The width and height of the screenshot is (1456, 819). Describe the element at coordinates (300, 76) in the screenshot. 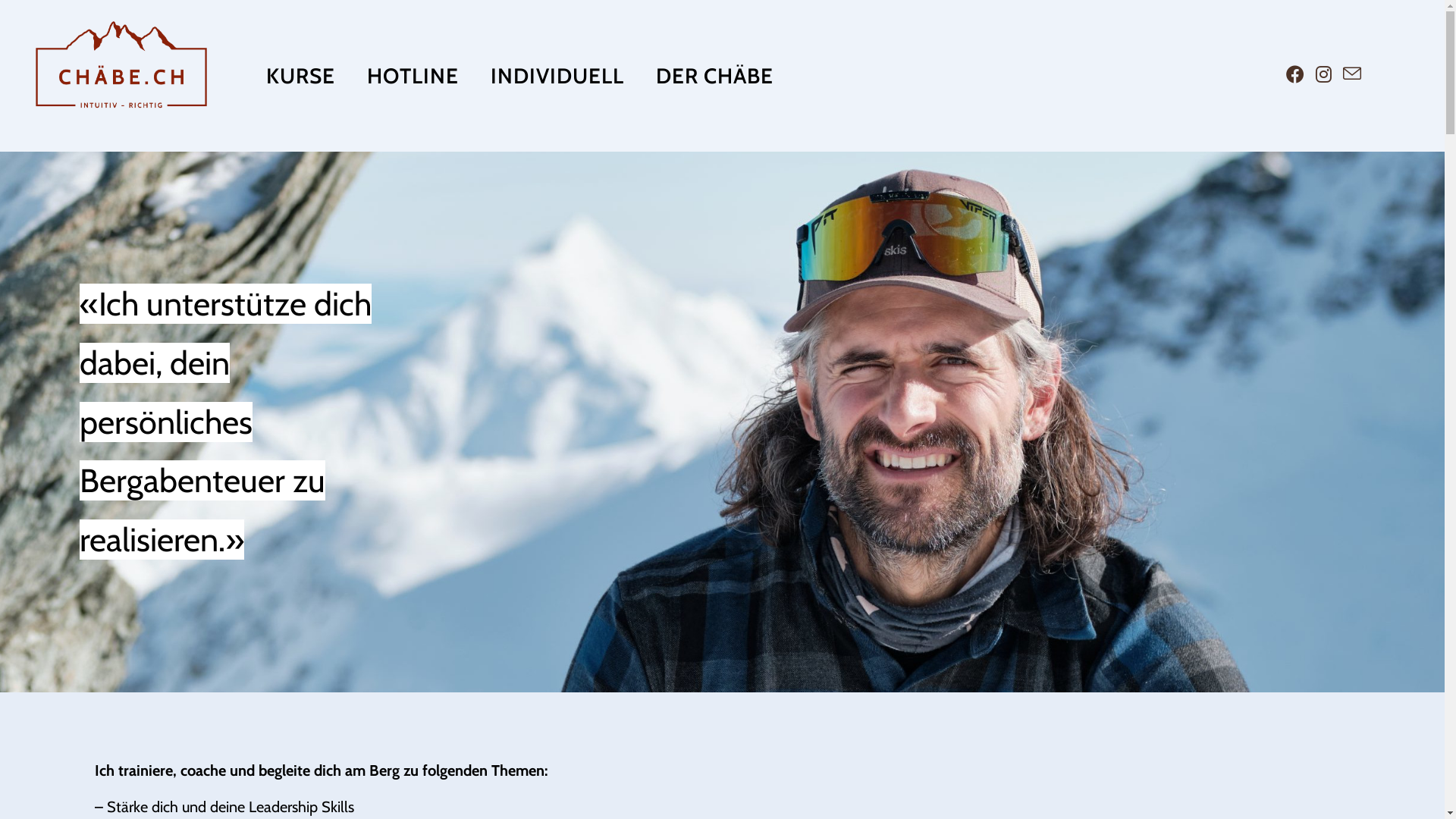

I see `'KURSE'` at that location.